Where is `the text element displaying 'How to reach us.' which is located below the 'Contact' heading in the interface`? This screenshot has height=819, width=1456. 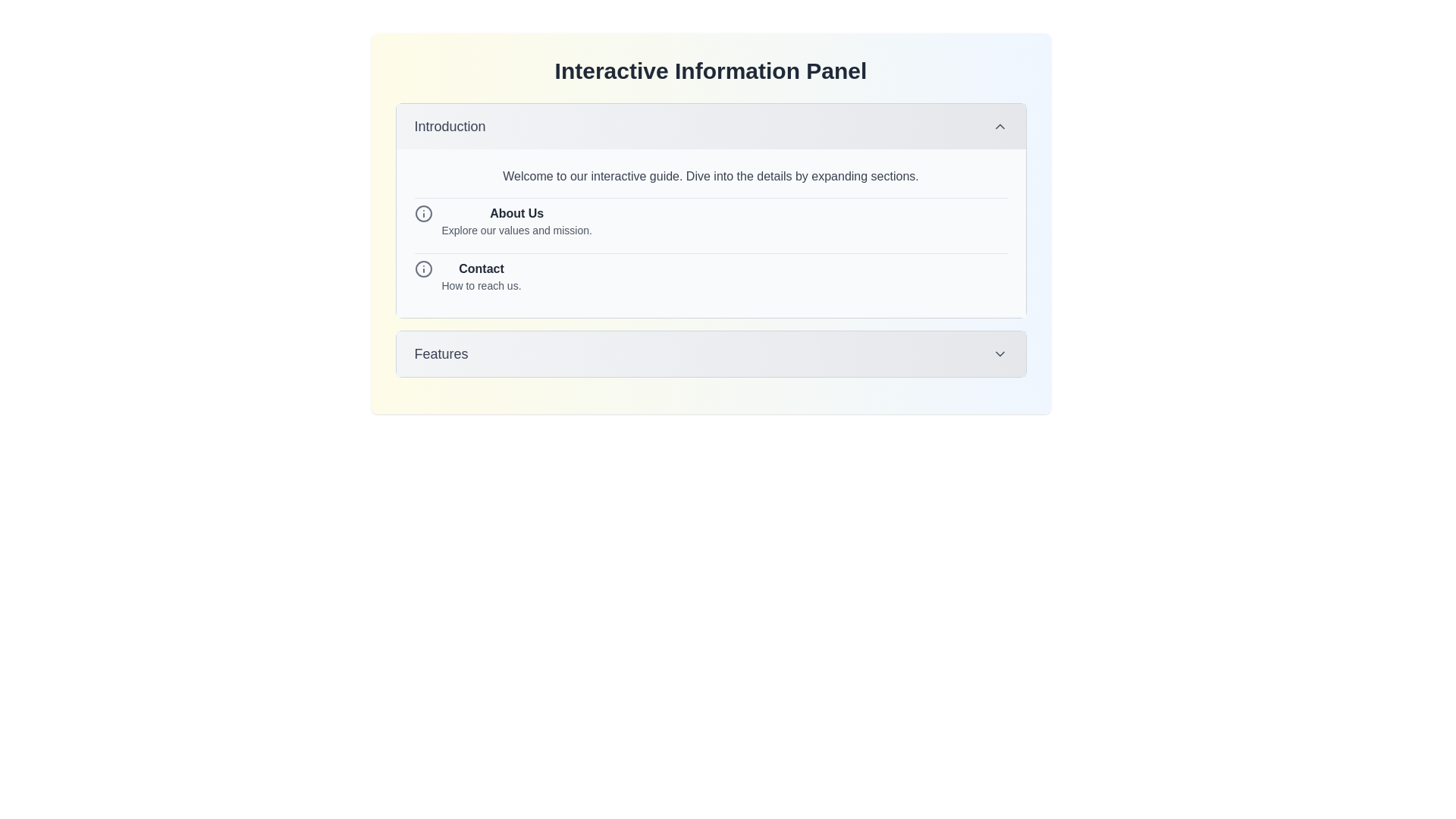
the text element displaying 'How to reach us.' which is located below the 'Contact' heading in the interface is located at coordinates (480, 286).